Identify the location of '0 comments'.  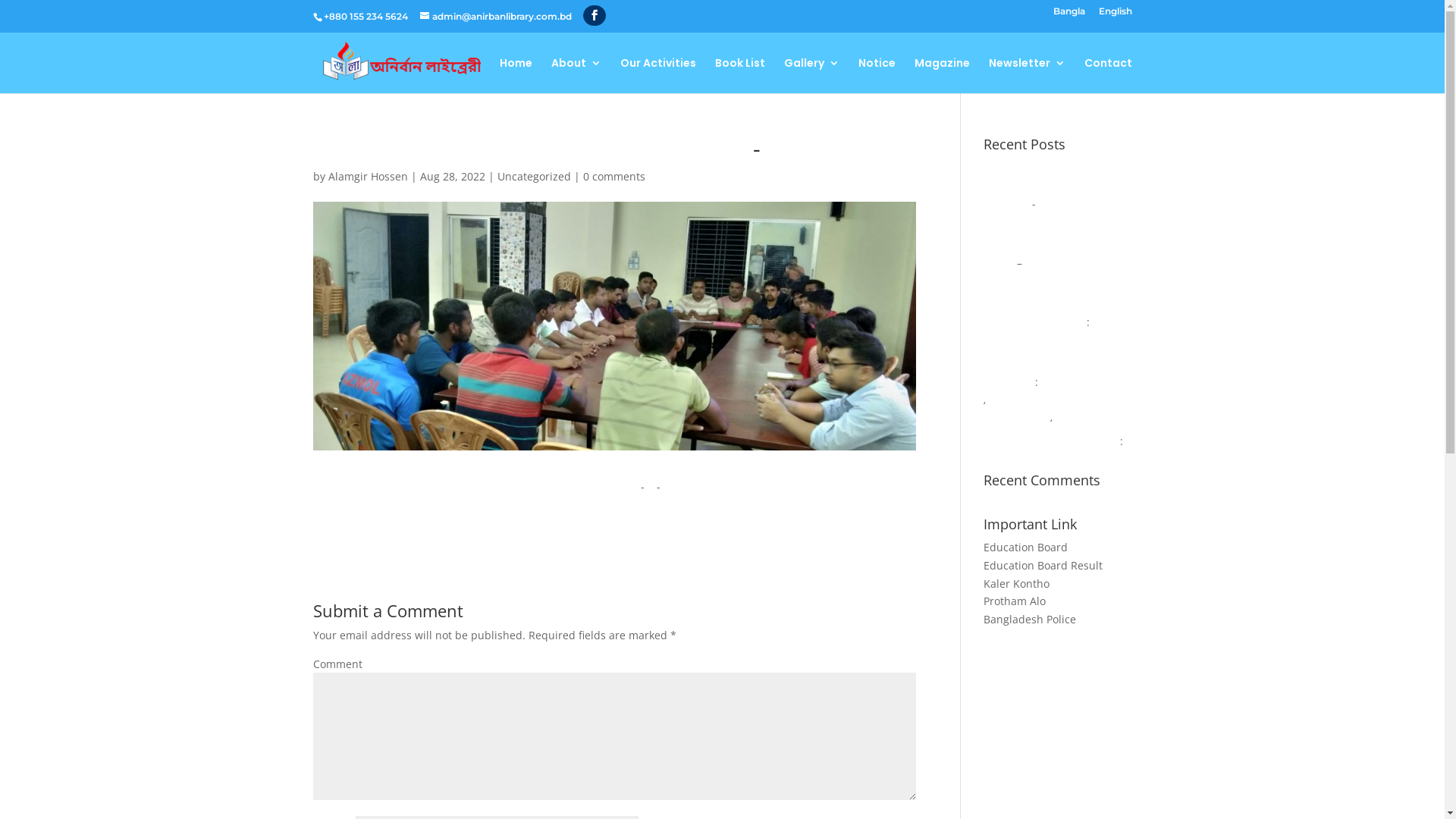
(613, 175).